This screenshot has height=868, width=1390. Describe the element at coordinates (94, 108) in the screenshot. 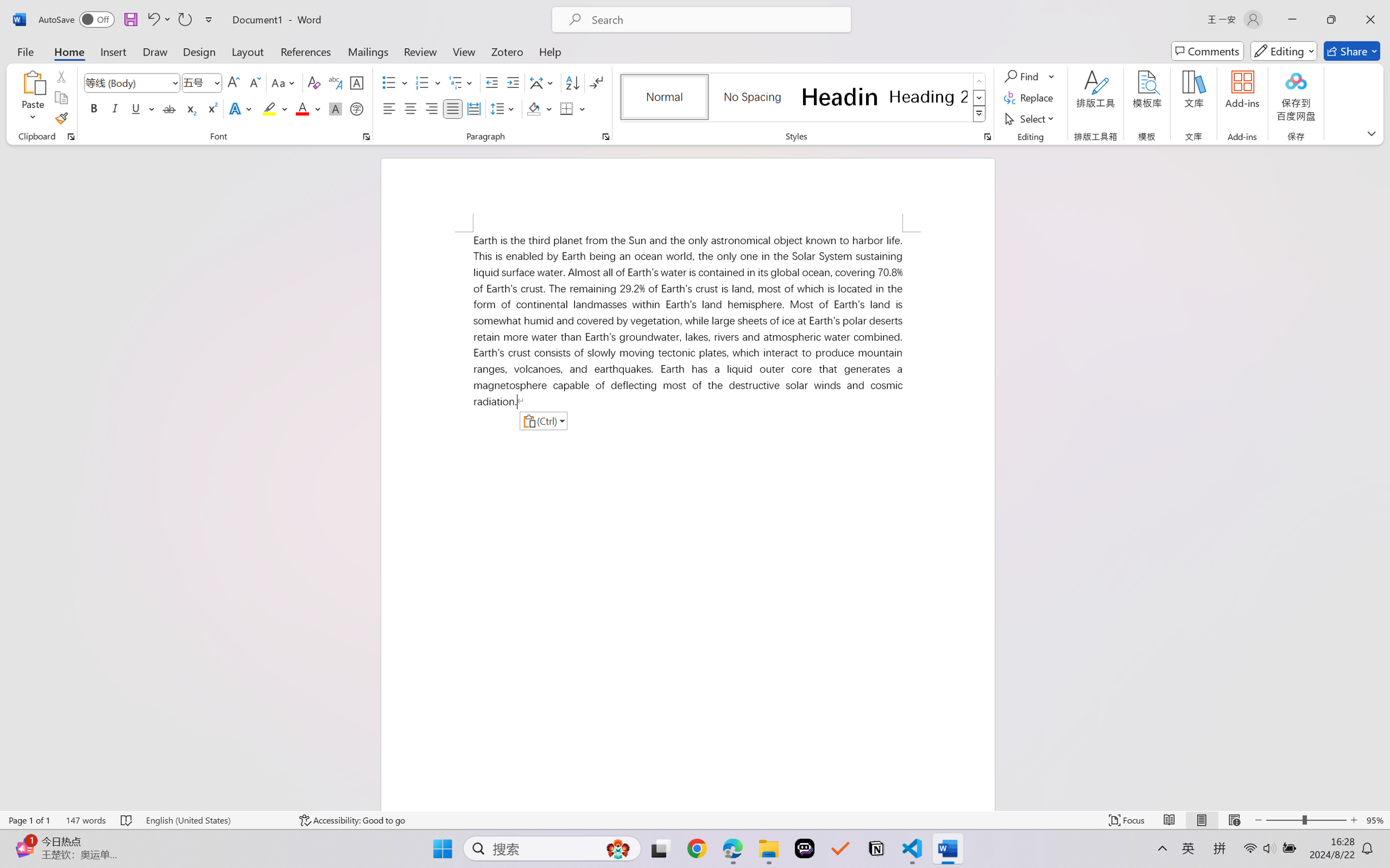

I see `'Bold'` at that location.